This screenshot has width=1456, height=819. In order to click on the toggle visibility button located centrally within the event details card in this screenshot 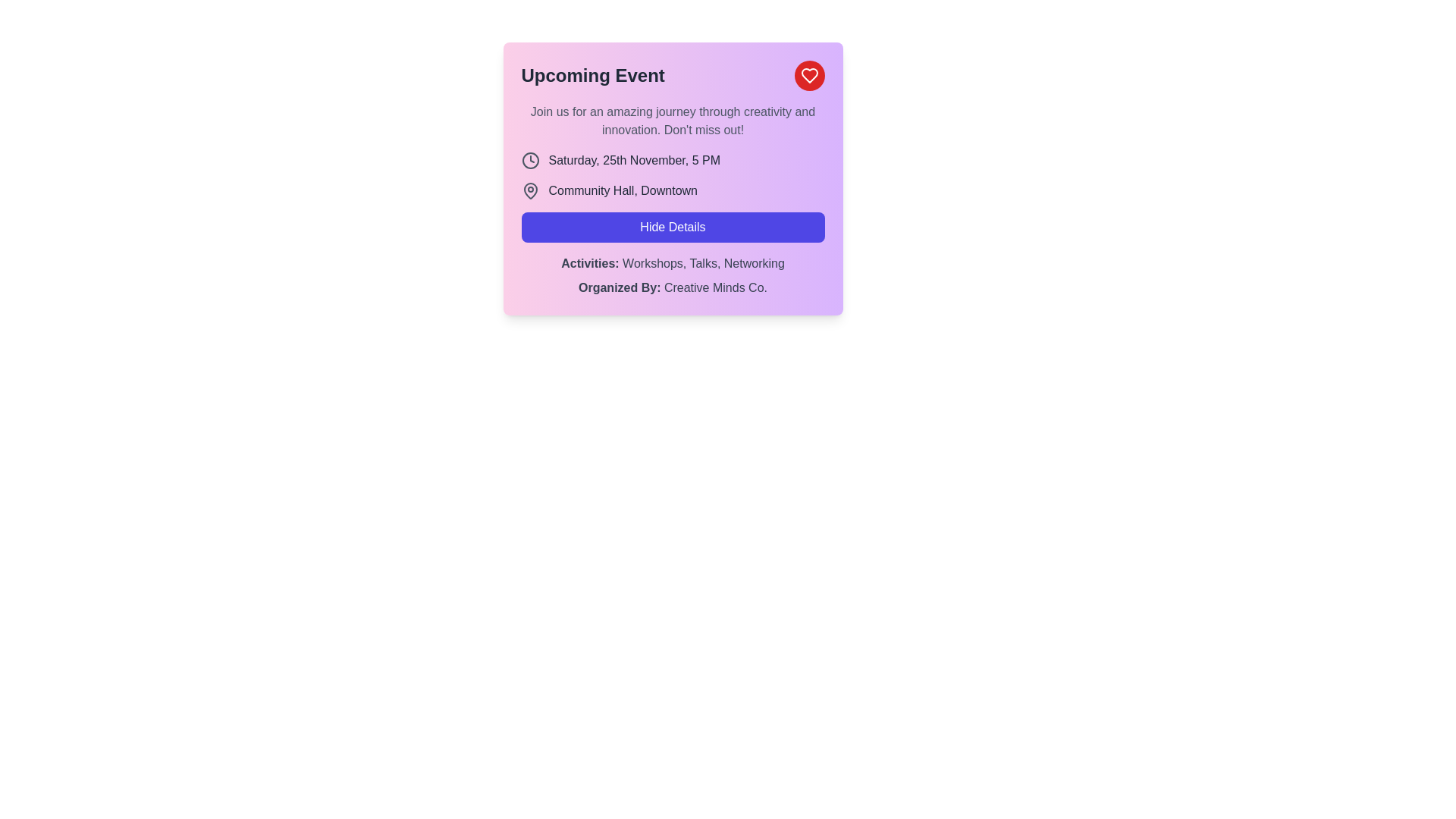, I will do `click(672, 227)`.